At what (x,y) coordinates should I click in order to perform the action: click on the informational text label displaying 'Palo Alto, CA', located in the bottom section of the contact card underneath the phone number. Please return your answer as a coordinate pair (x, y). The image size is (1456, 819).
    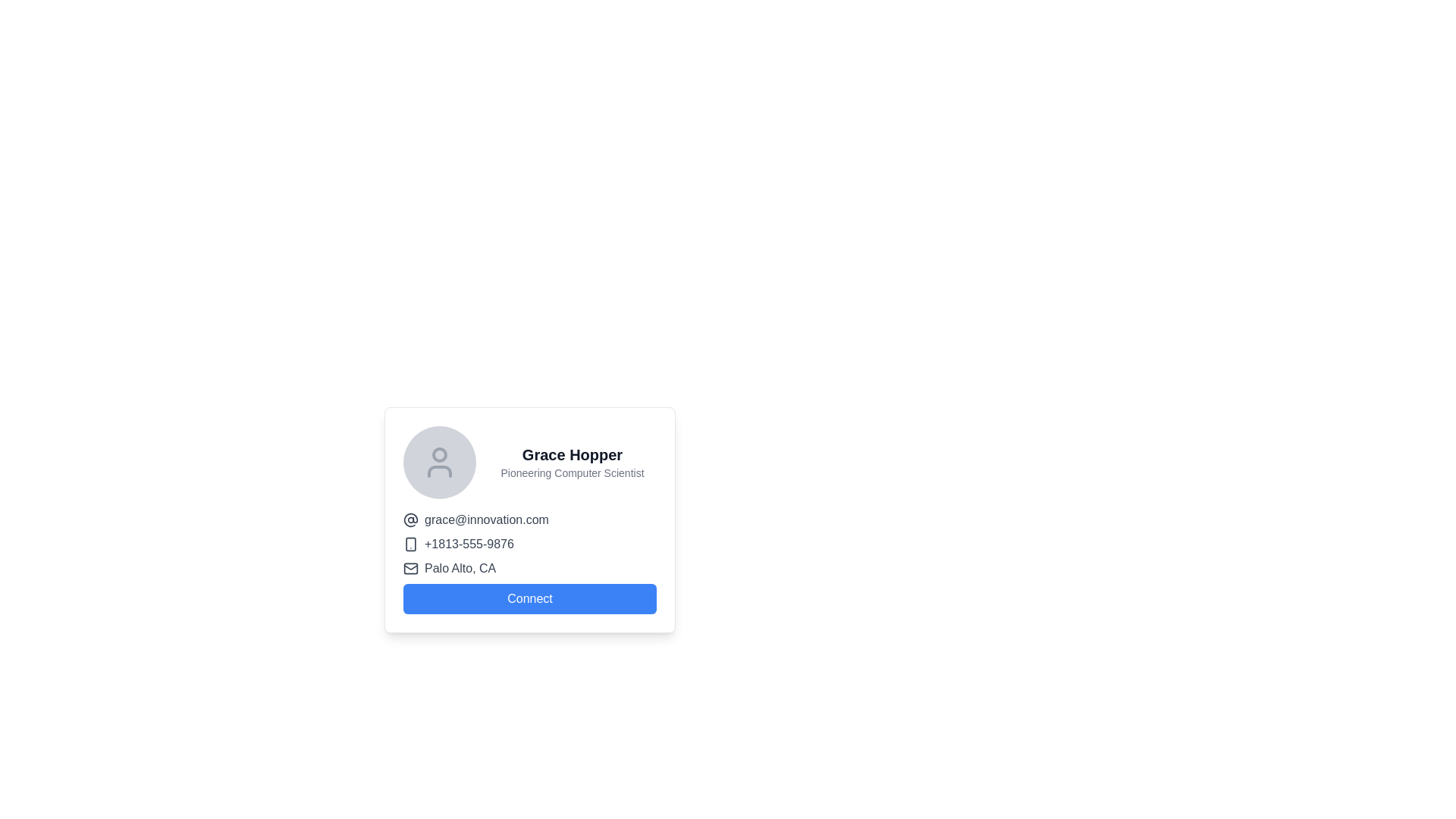
    Looking at the image, I should click on (460, 568).